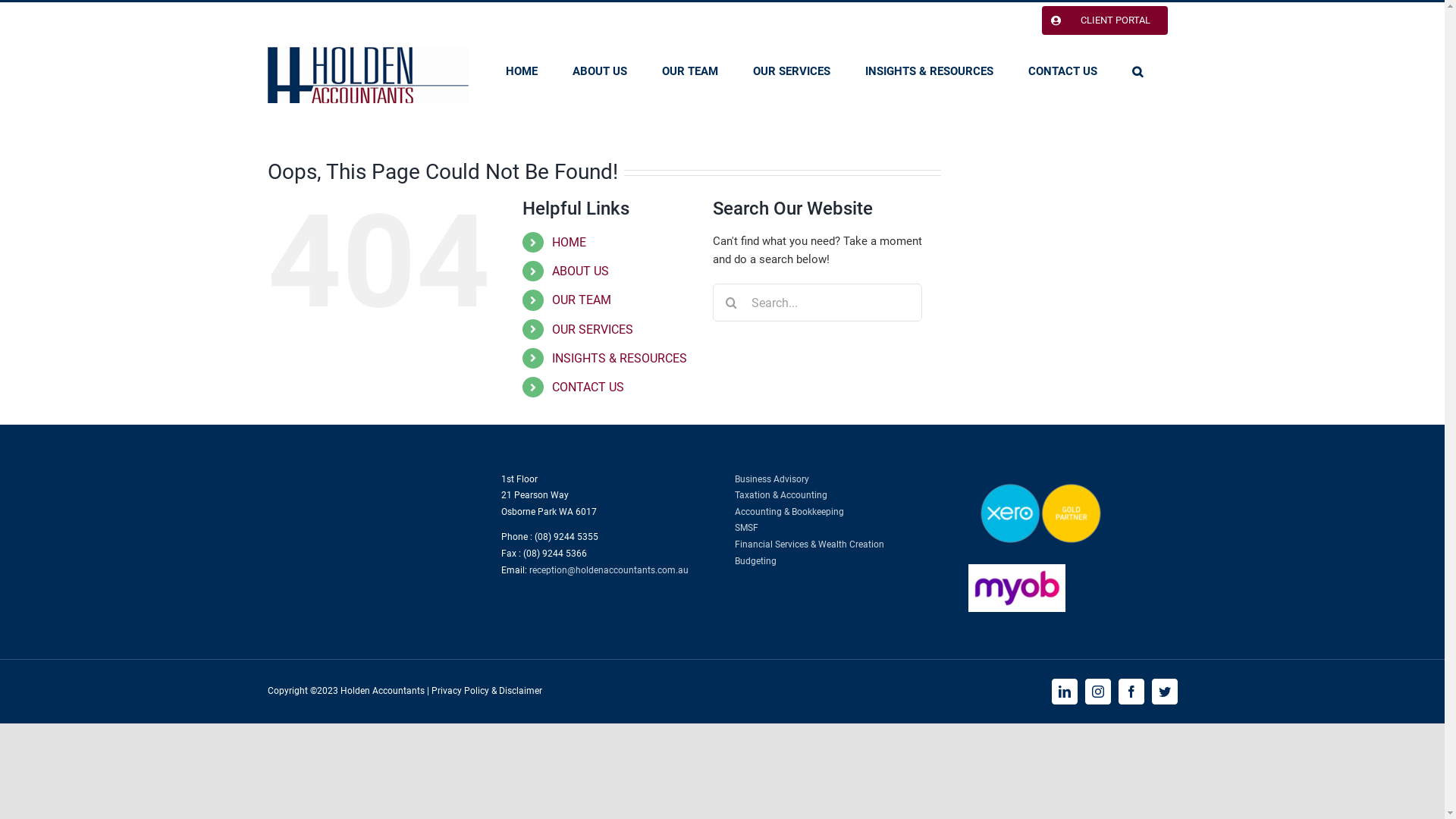  Describe the element at coordinates (1131, 691) in the screenshot. I see `'Facebook'` at that location.